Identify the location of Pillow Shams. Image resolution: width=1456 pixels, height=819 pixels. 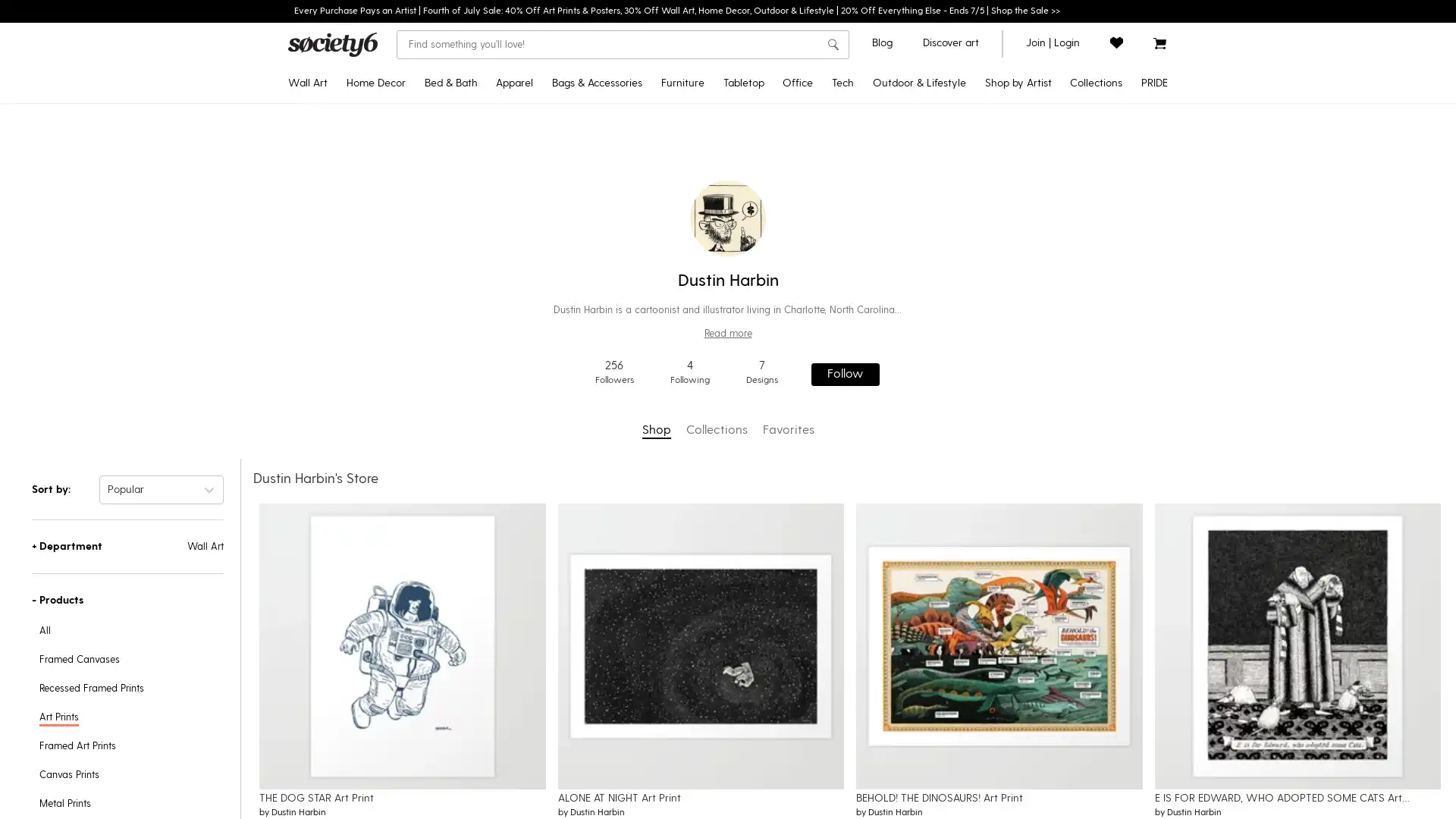
(483, 170).